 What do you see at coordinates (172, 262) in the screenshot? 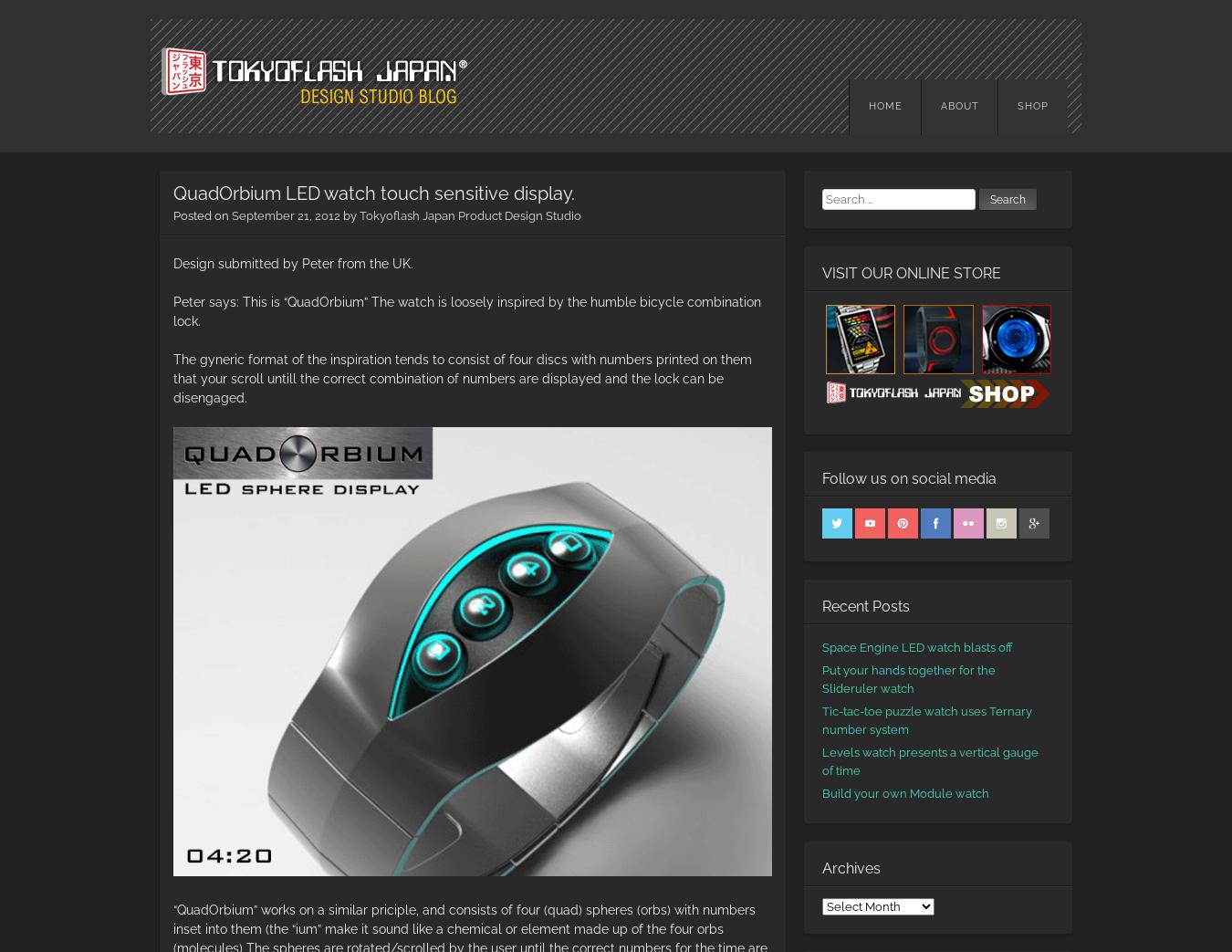
I see `'Design submitted by Peter from the UK.'` at bounding box center [172, 262].